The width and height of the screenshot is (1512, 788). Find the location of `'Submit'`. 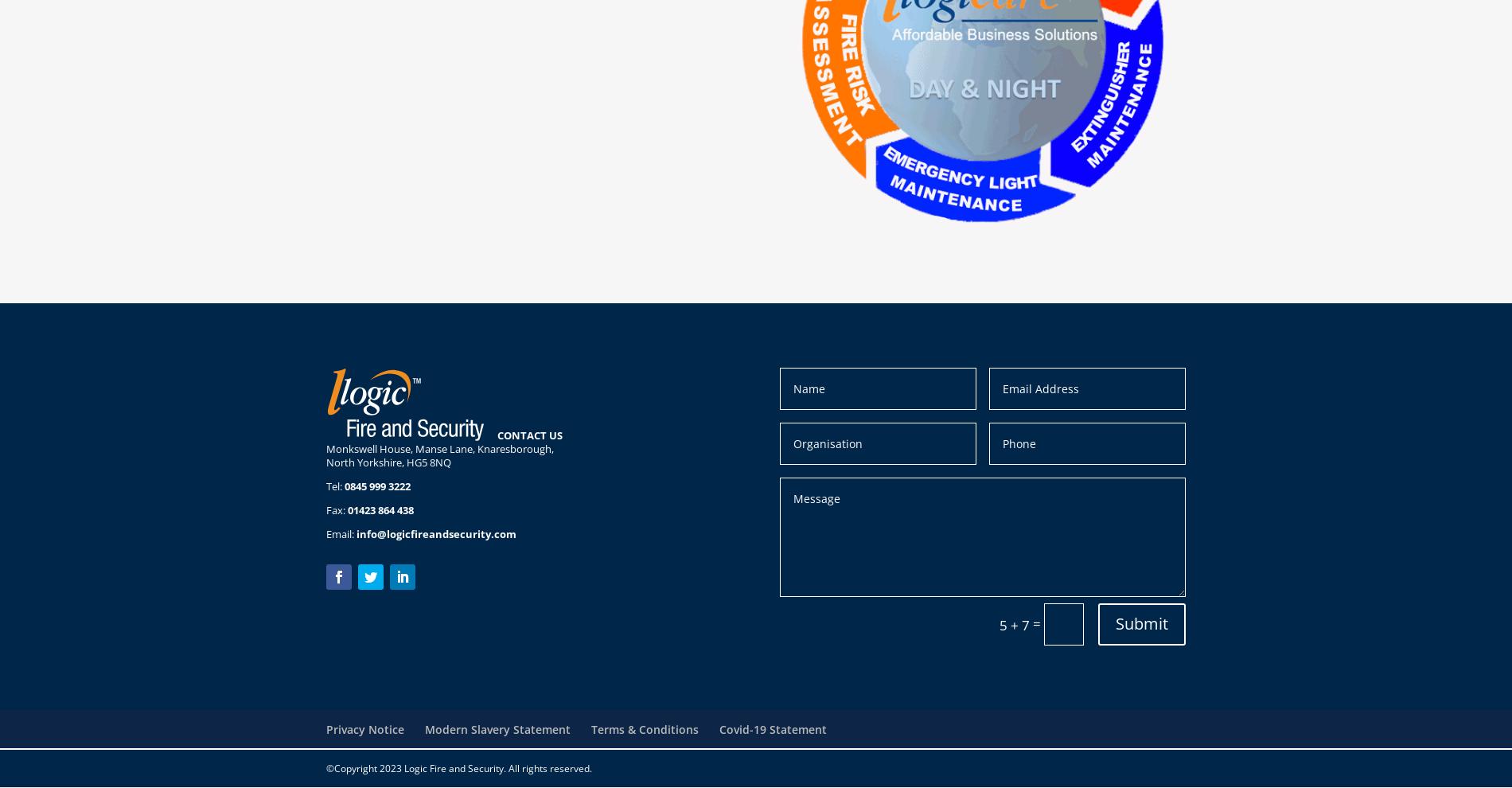

'Submit' is located at coordinates (1140, 623).